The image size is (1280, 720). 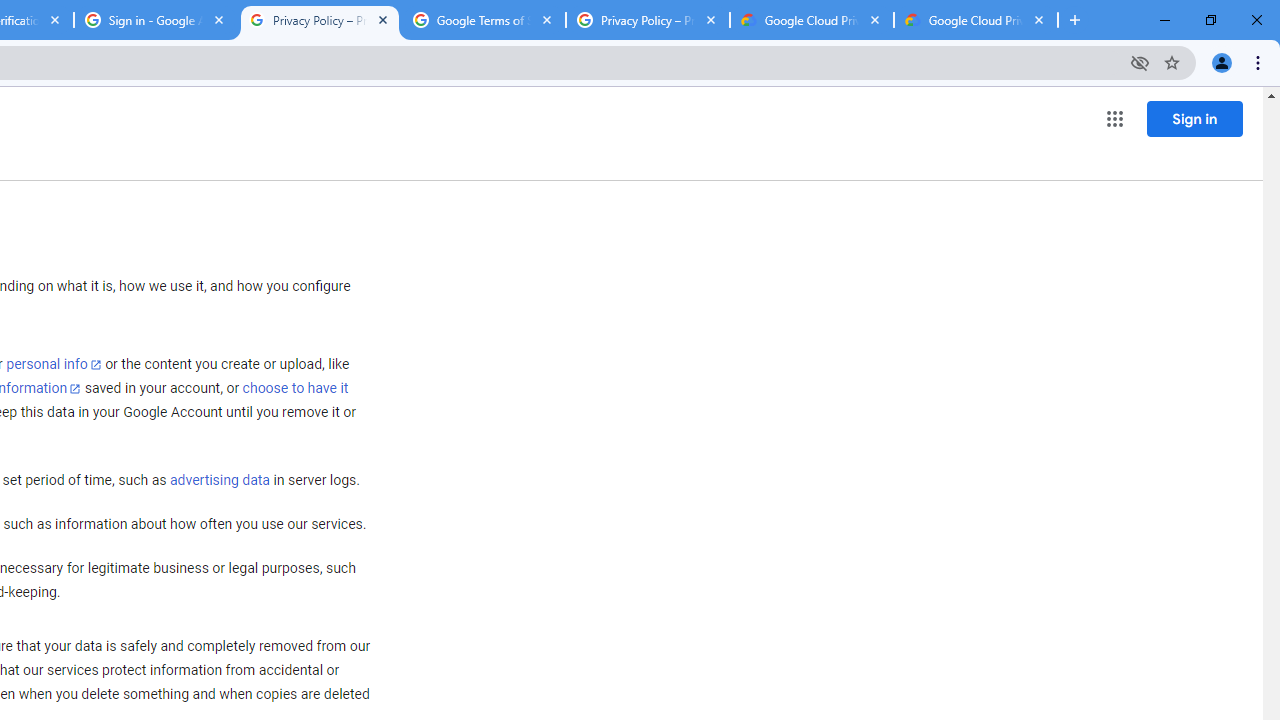 What do you see at coordinates (54, 364) in the screenshot?
I see `'personal info'` at bounding box center [54, 364].